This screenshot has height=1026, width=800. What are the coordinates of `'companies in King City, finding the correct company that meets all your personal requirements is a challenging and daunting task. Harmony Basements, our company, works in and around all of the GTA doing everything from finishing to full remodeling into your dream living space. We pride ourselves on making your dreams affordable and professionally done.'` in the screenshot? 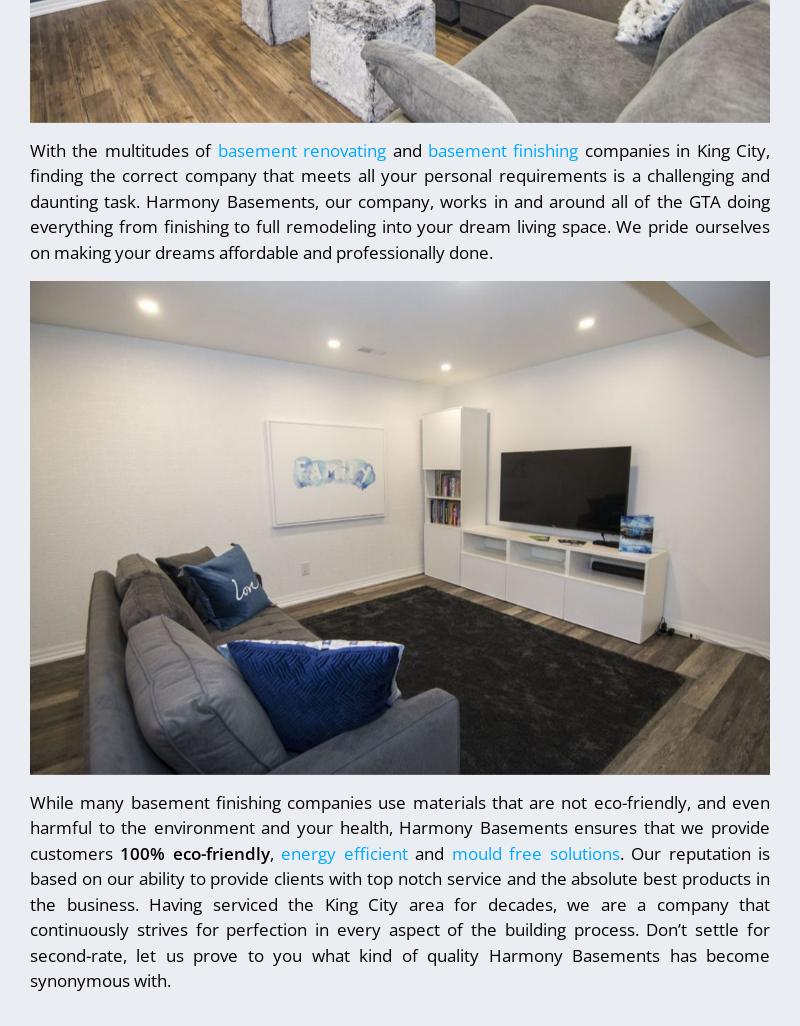 It's located at (400, 199).